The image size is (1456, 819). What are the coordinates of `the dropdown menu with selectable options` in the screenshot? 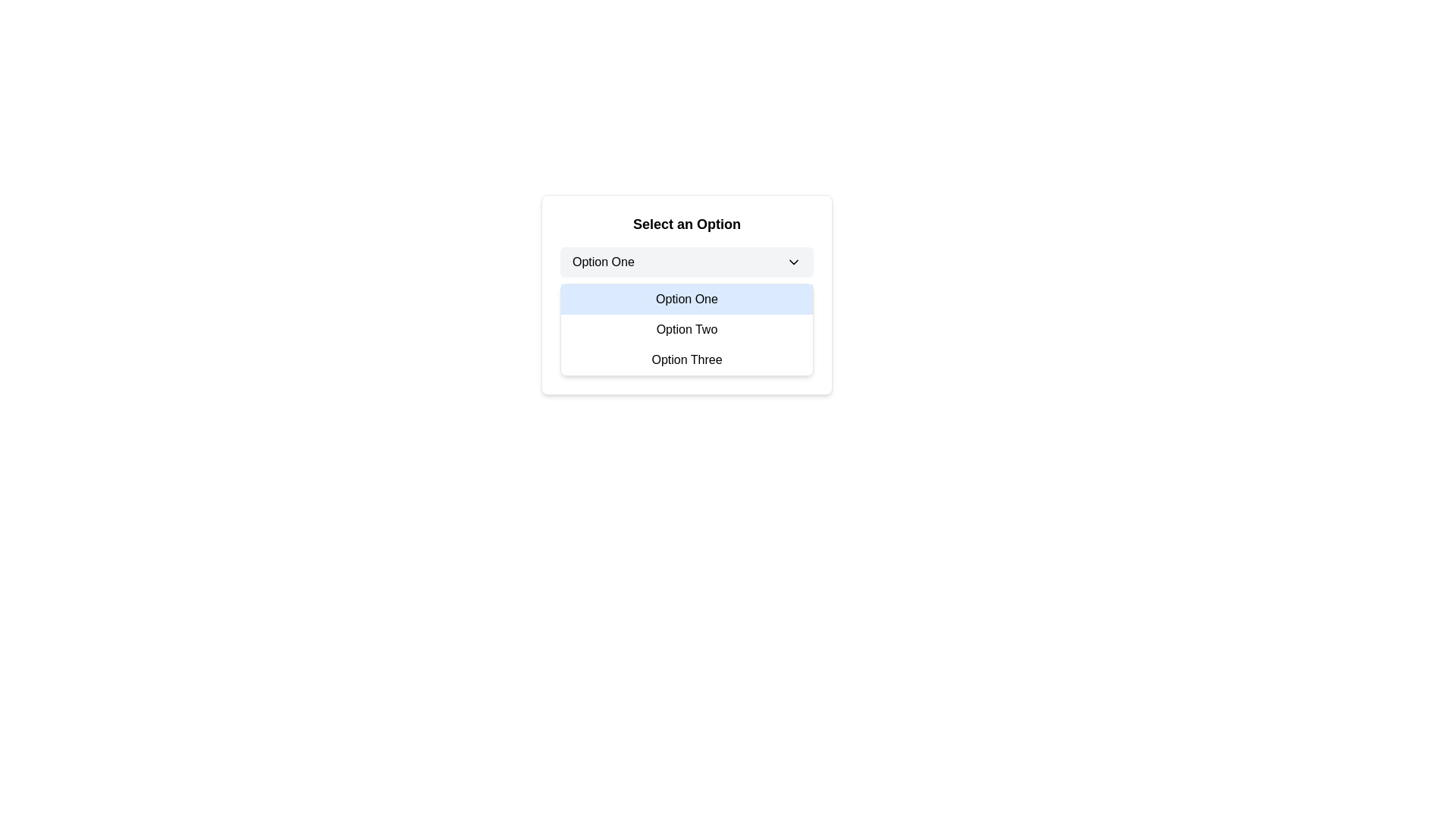 It's located at (686, 329).